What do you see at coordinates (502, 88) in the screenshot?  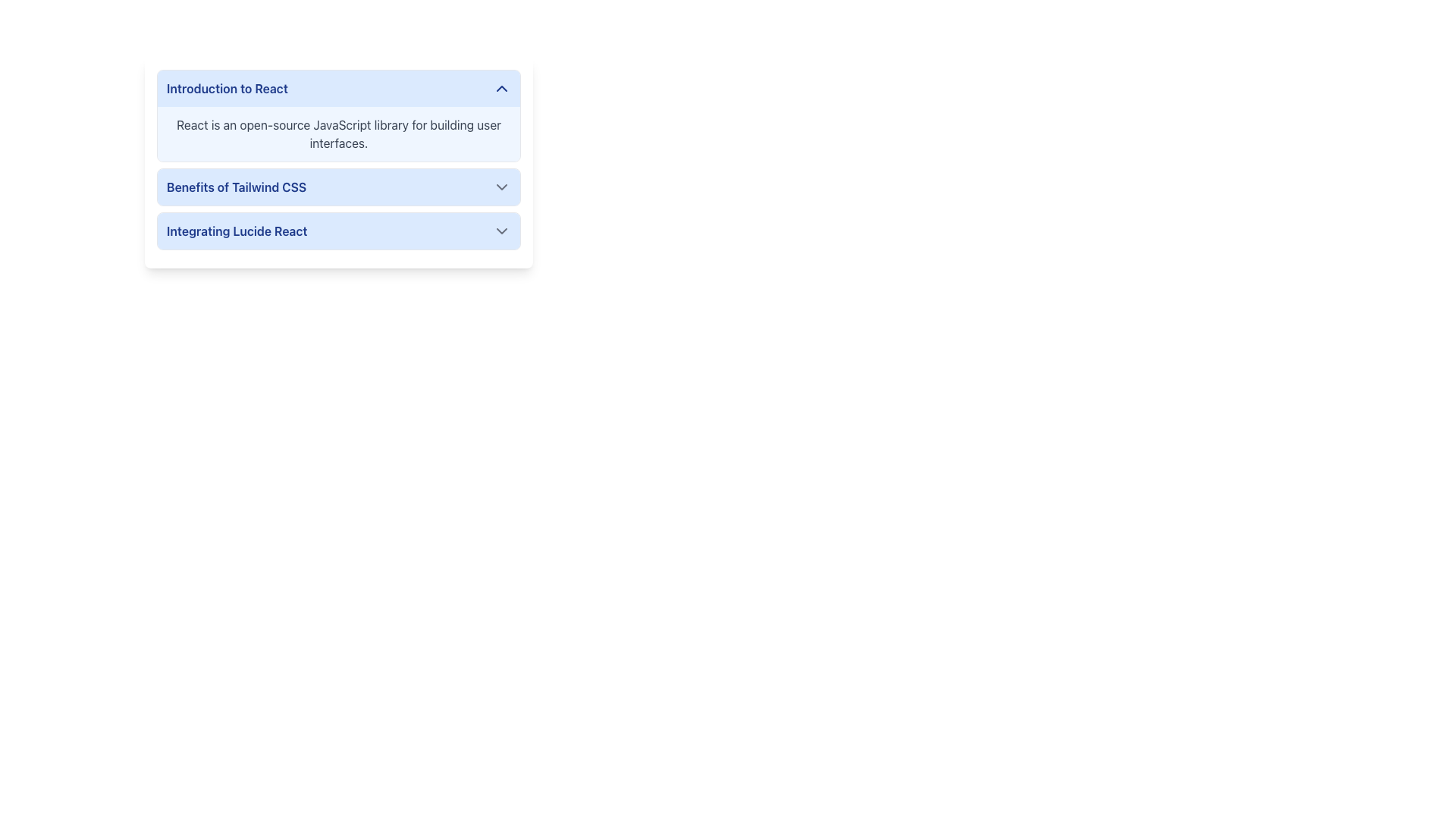 I see `the upward chevron-shaped icon button styled in blue, located on the right end of the 'Introduction to React' header` at bounding box center [502, 88].